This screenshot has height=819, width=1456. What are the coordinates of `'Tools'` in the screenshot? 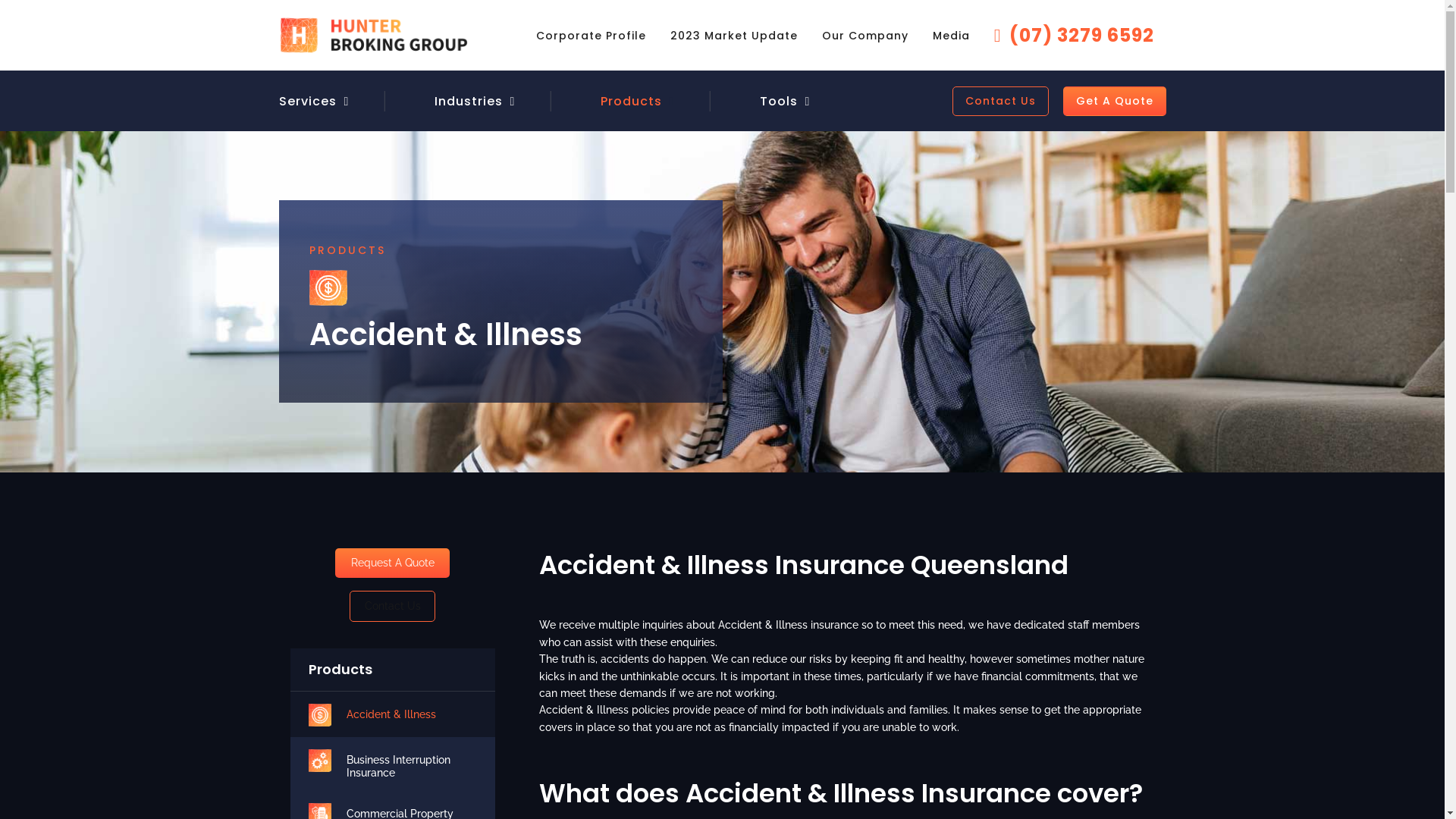 It's located at (779, 100).